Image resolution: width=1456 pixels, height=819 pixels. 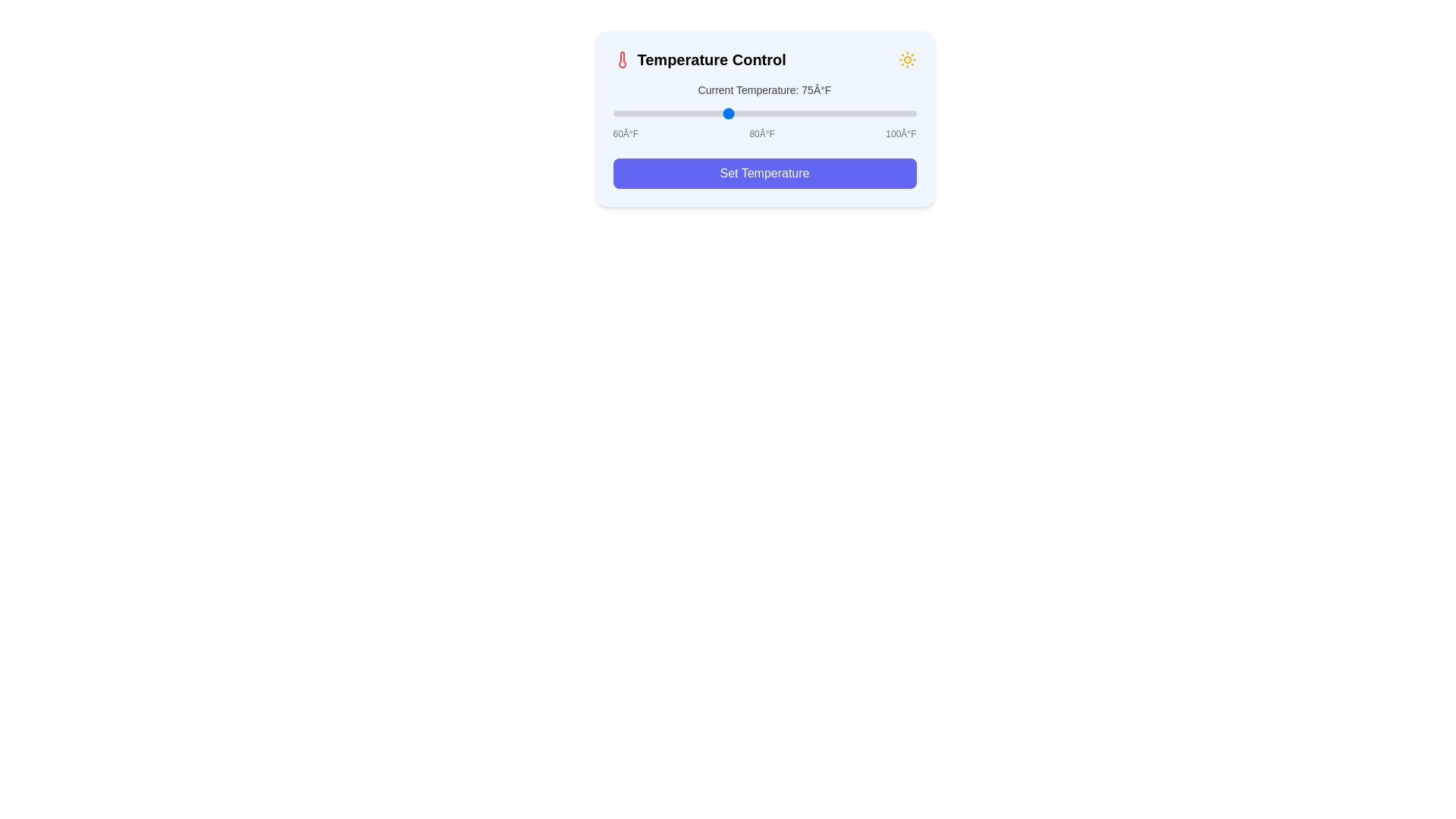 What do you see at coordinates (622, 58) in the screenshot?
I see `the small red thermometer icon located on the temperature control panel, situated to the left of the 'Temperature Control' title` at bounding box center [622, 58].